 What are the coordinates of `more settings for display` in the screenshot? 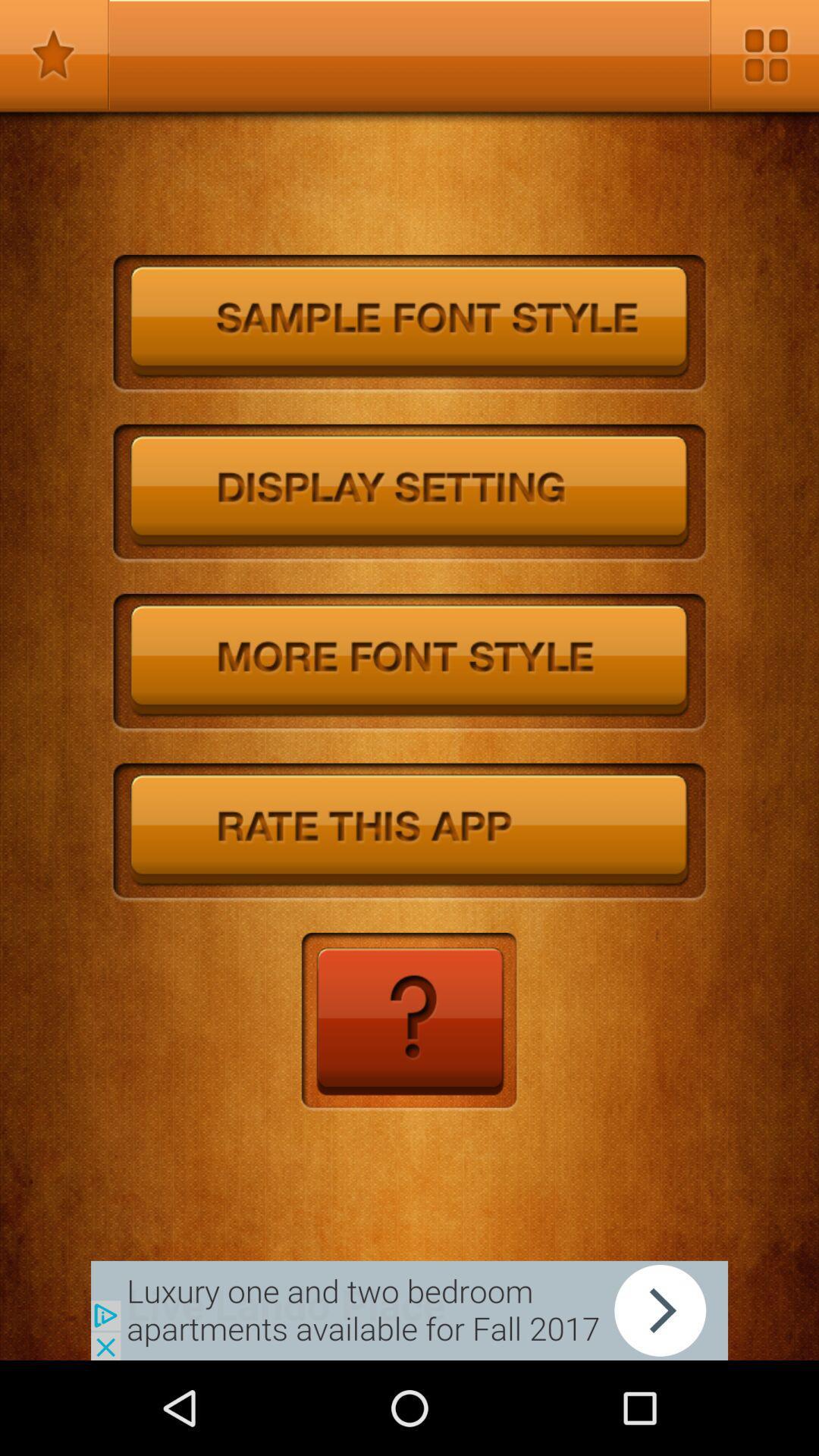 It's located at (409, 494).